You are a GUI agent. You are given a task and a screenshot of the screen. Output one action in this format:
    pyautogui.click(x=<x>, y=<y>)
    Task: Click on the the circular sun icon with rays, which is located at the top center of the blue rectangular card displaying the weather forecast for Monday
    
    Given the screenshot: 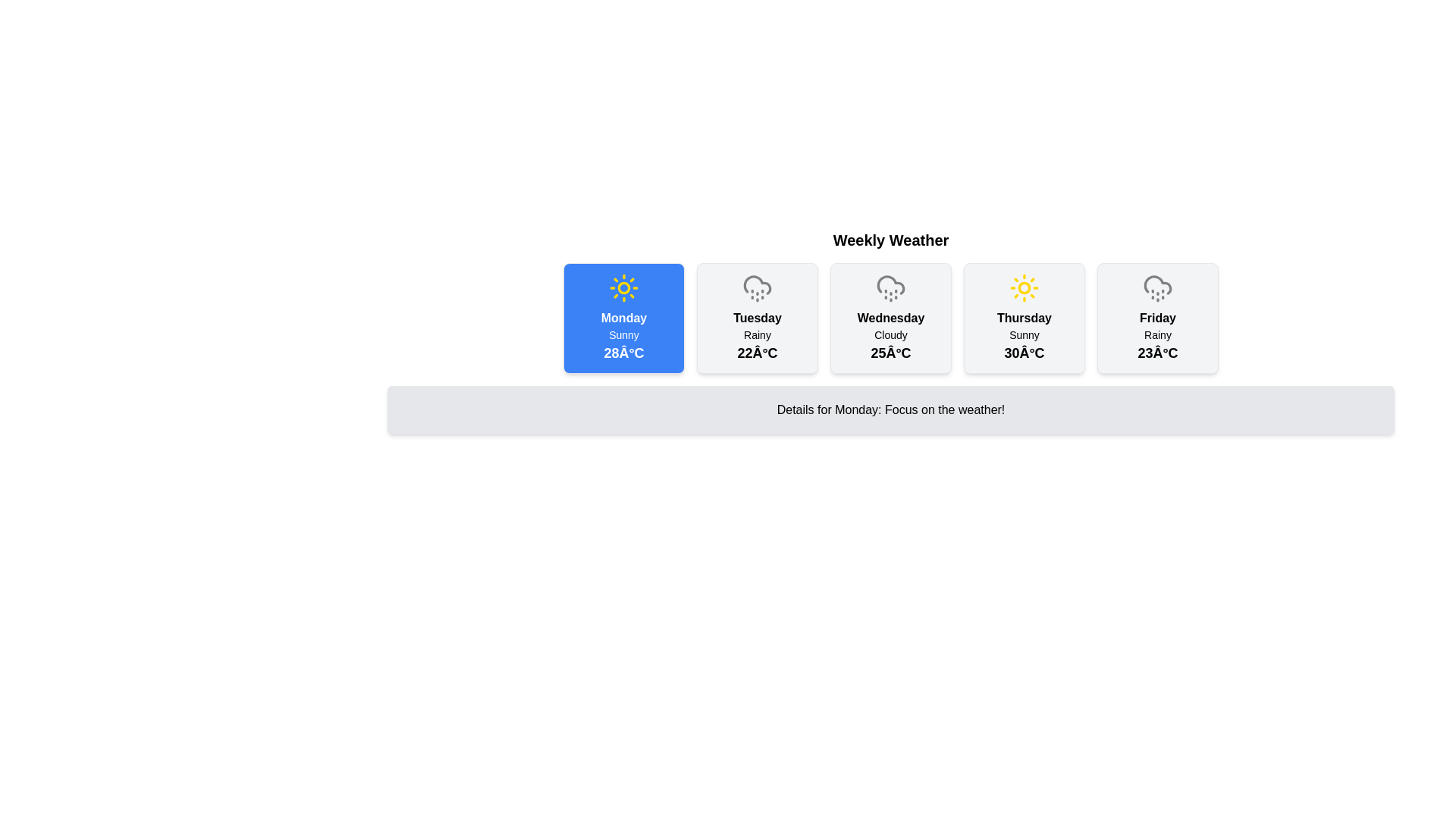 What is the action you would take?
    pyautogui.click(x=623, y=288)
    